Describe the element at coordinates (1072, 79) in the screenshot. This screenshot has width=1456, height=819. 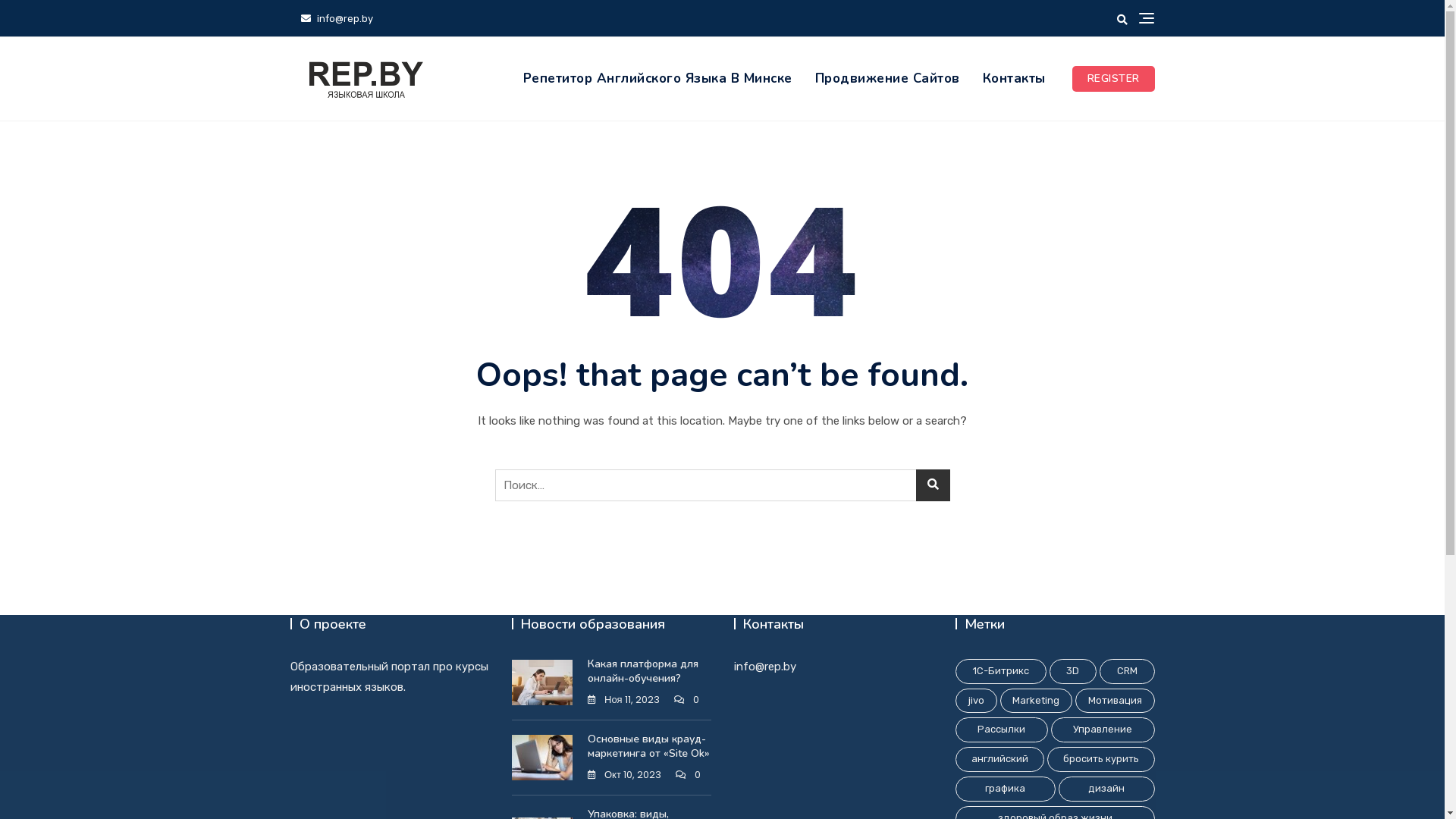
I see `'REGISTER'` at that location.